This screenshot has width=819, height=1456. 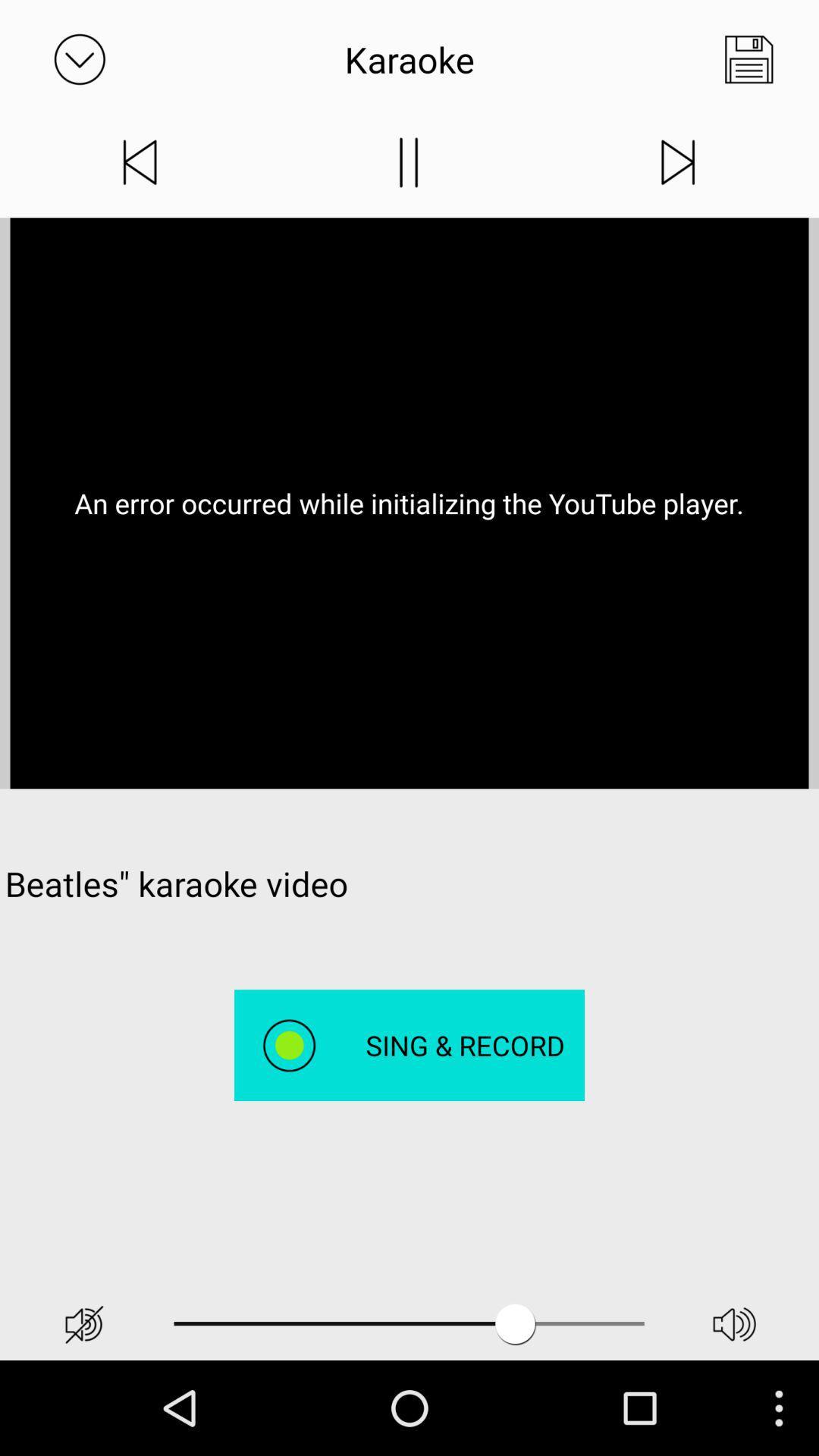 I want to click on the save icon, so click(x=748, y=63).